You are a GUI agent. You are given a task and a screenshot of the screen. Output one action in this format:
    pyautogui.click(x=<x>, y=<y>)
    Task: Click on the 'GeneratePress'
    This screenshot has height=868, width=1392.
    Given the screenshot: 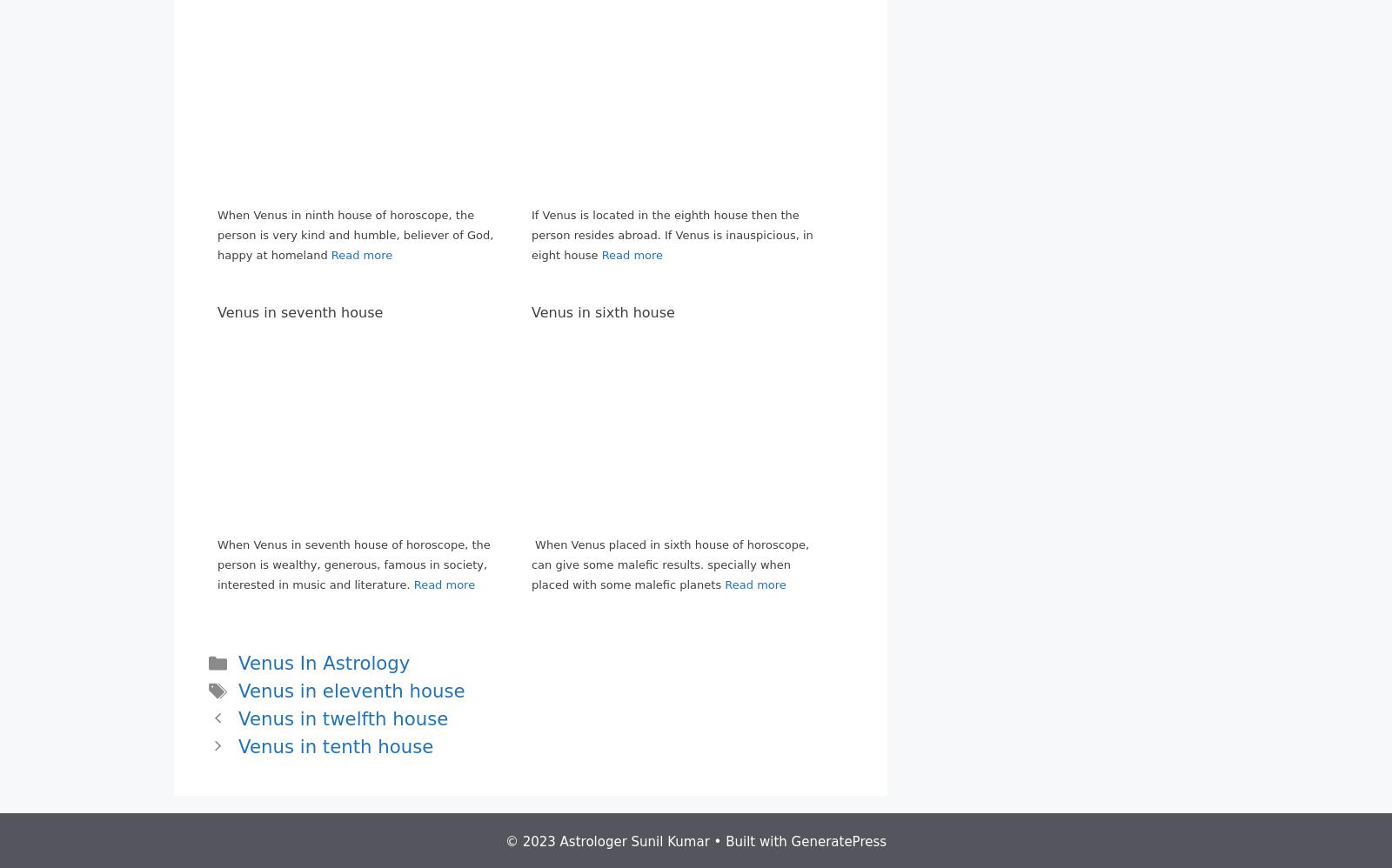 What is the action you would take?
    pyautogui.click(x=838, y=839)
    